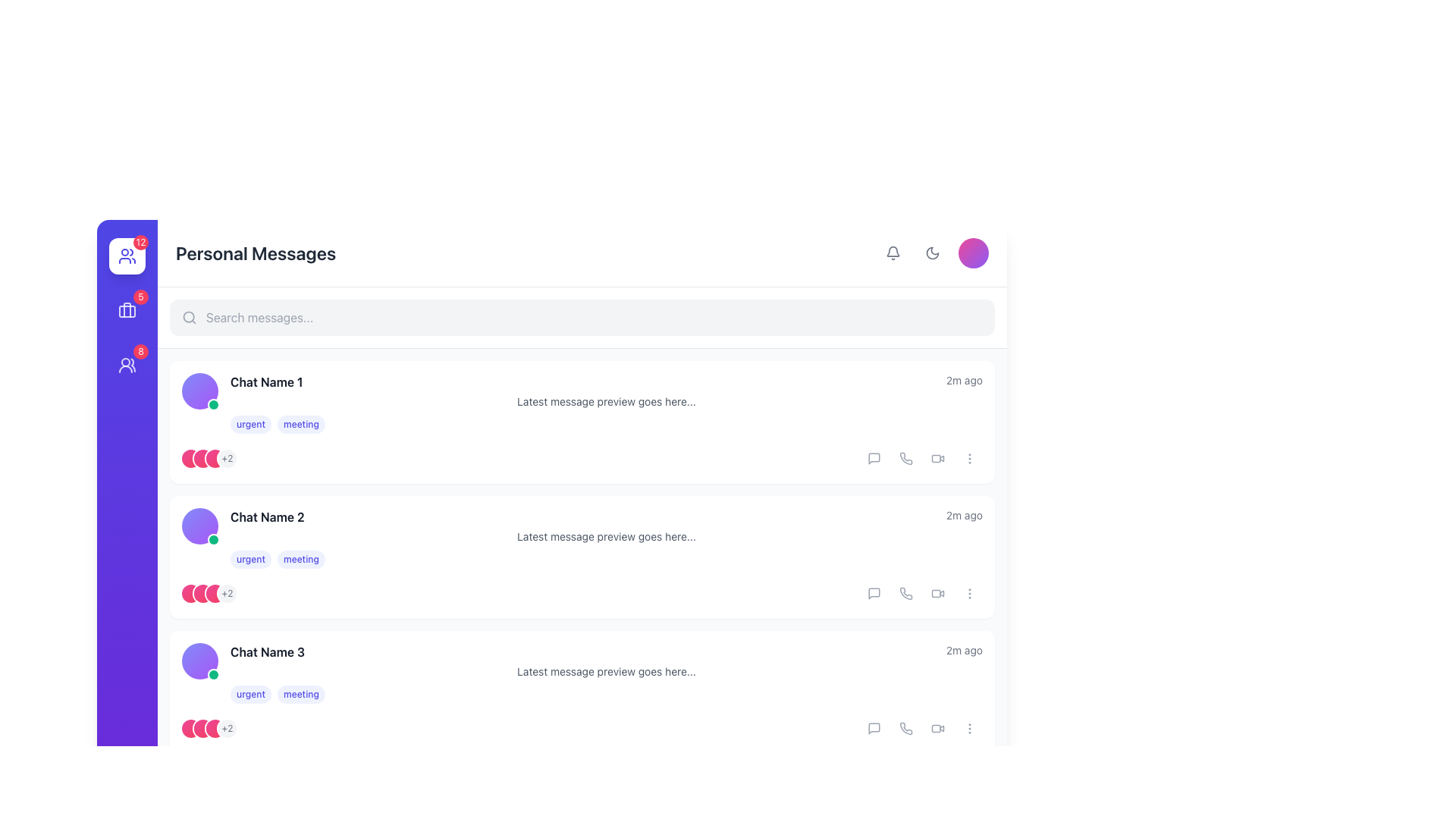 The width and height of the screenshot is (1456, 819). Describe the element at coordinates (251, 559) in the screenshot. I see `text from the label that has a soft blue background and indigo text reading 'urgent', positioned in the second chat item to the right of the avatar` at that location.